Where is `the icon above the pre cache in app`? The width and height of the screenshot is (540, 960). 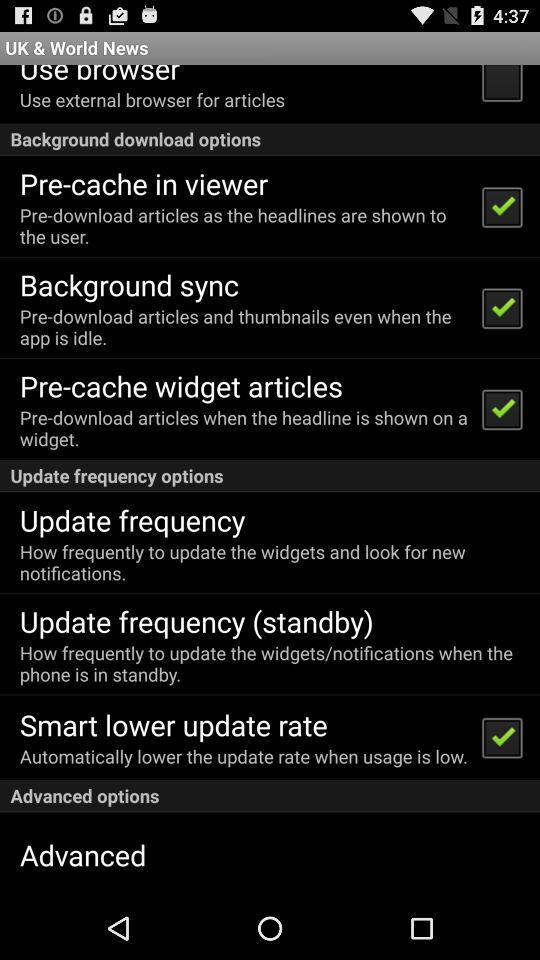 the icon above the pre cache in app is located at coordinates (270, 138).